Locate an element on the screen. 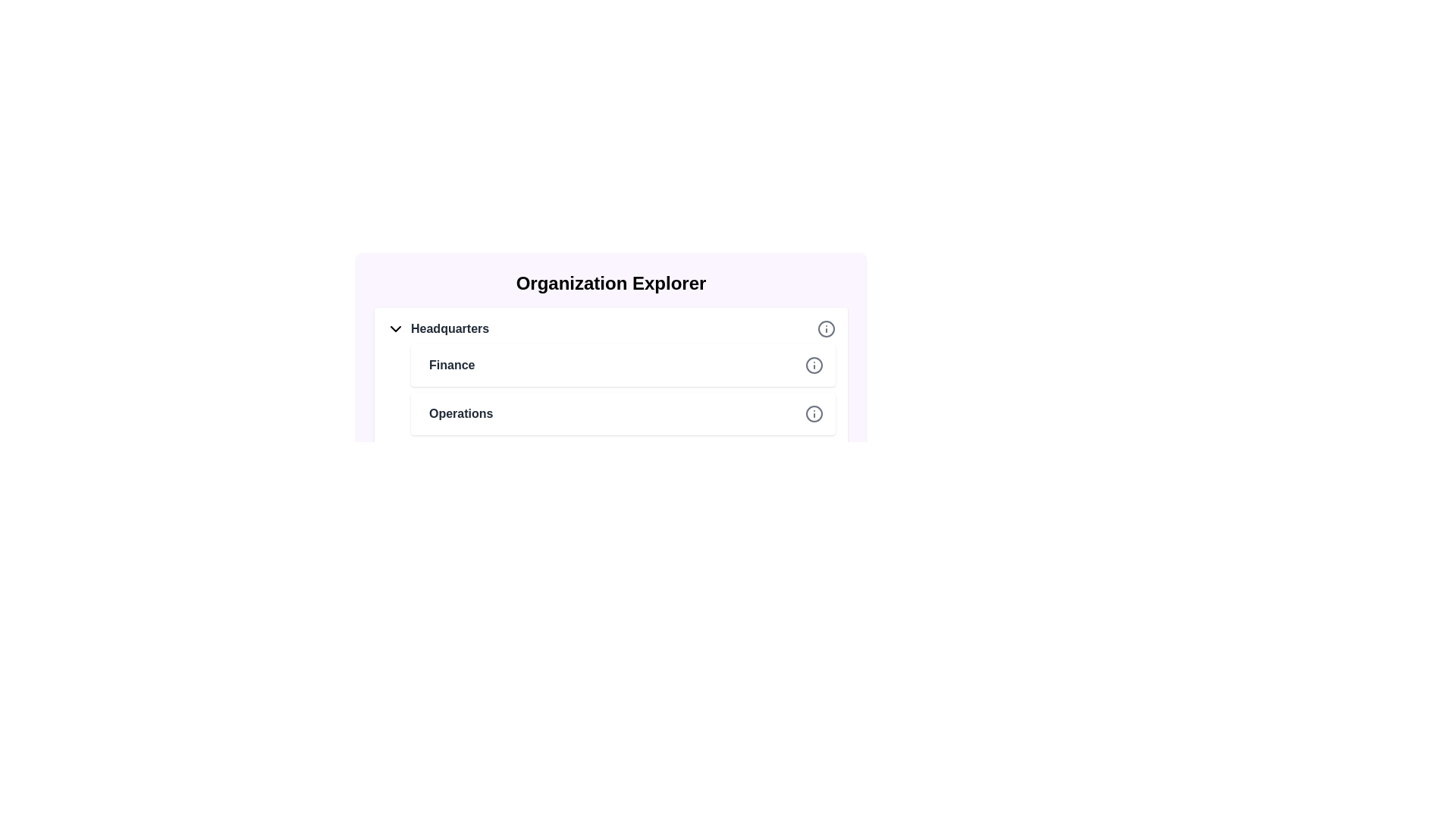 The height and width of the screenshot is (819, 1456). the icon located in the rightmost part of the 'Finance' entry under 'Headquarters' in the 'Organization Explorer' section is located at coordinates (814, 366).